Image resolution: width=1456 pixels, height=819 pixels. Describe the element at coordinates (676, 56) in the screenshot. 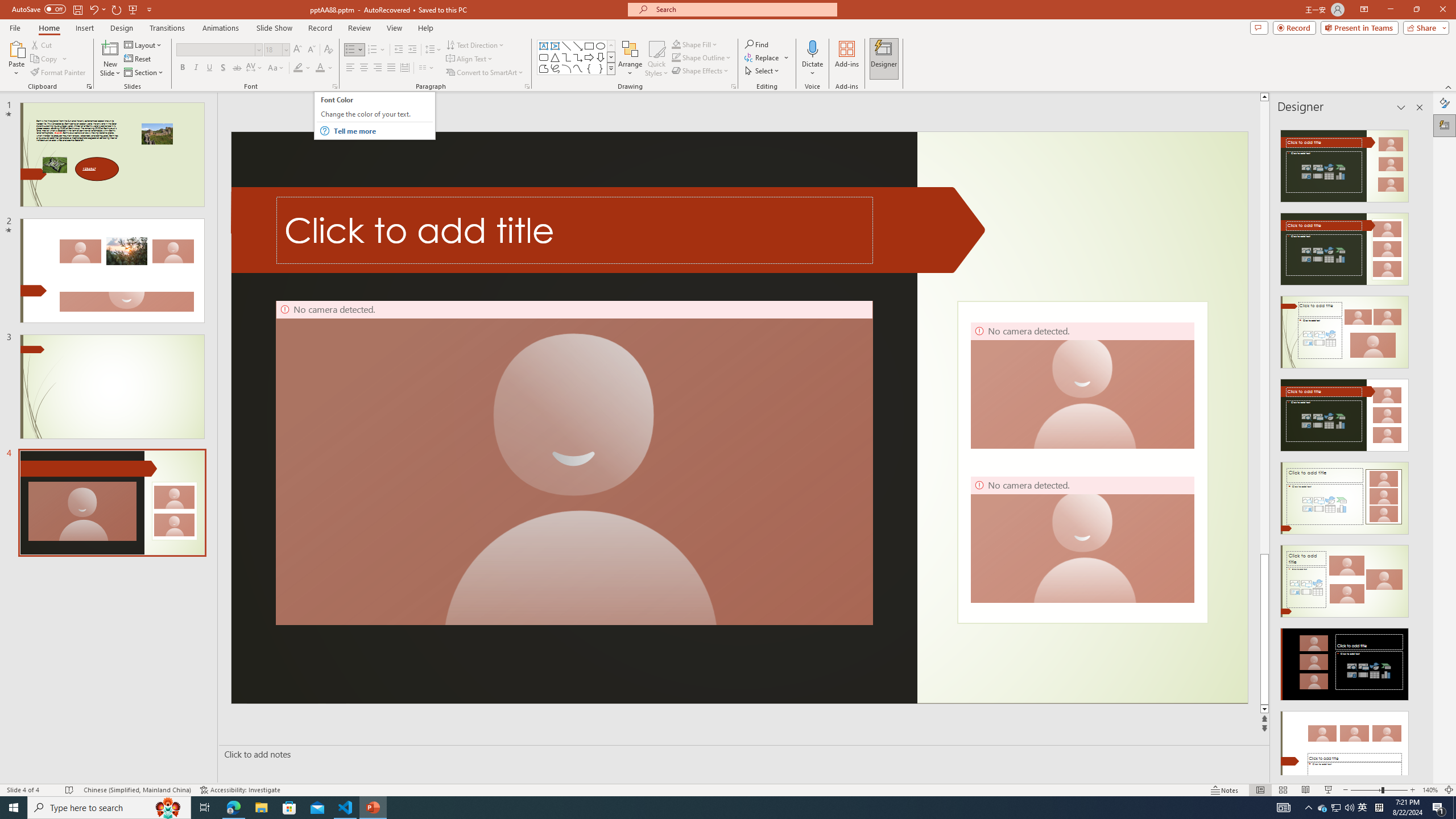

I see `'Shape Outline Teal, Accent 1'` at that location.